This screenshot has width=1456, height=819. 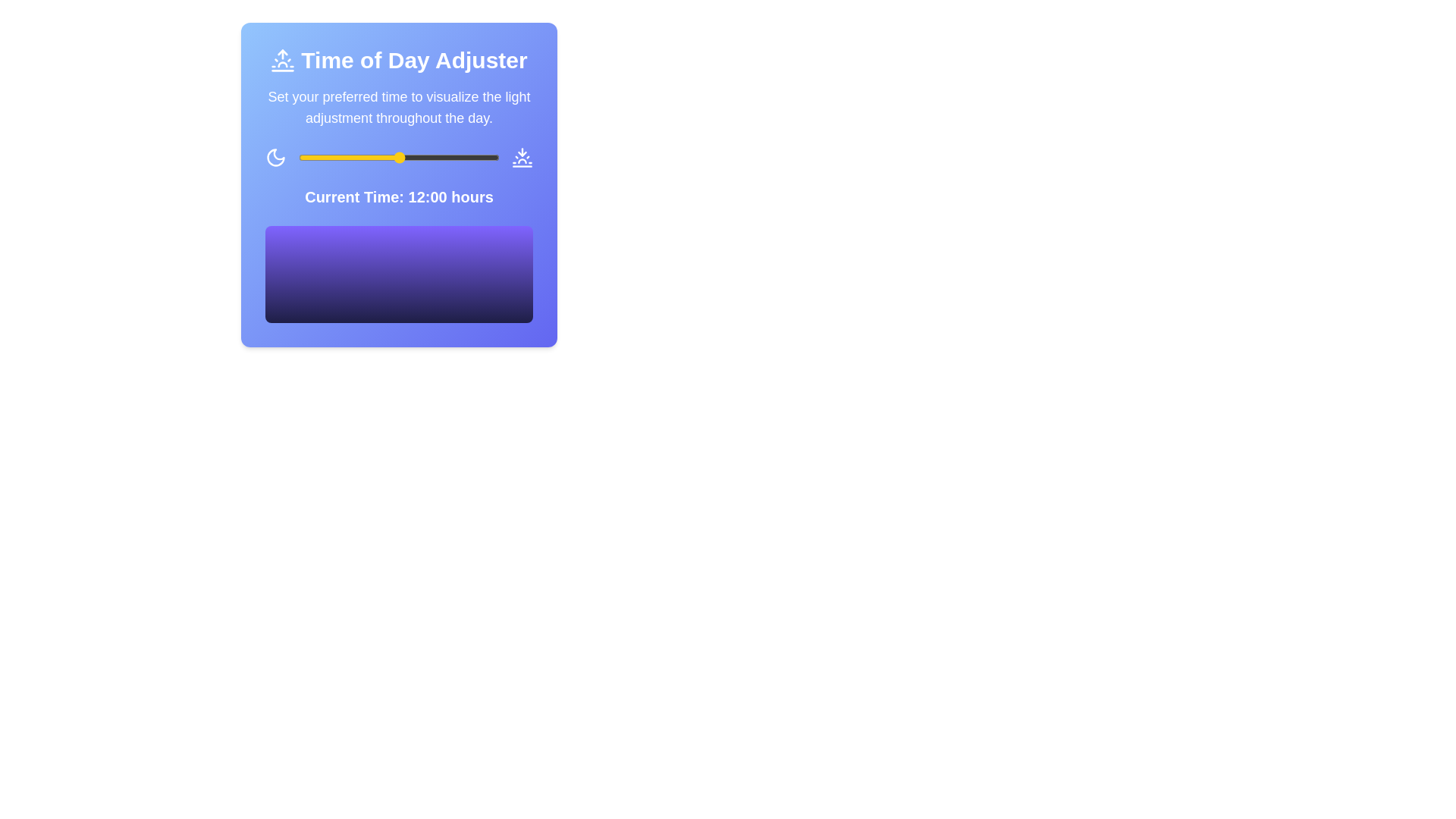 I want to click on the time slider to set the time to 16 hours, so click(x=431, y=158).